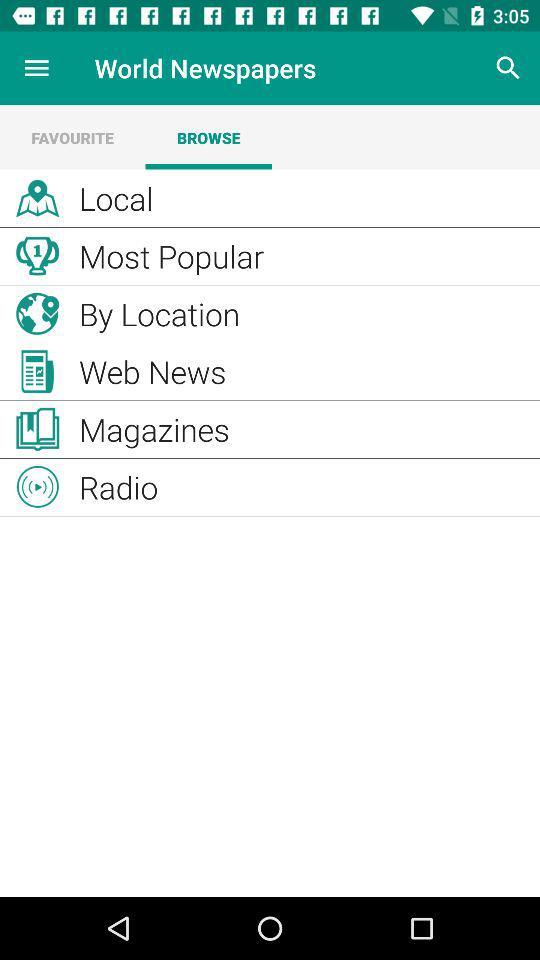 The image size is (540, 960). What do you see at coordinates (508, 68) in the screenshot?
I see `search newspaper options` at bounding box center [508, 68].